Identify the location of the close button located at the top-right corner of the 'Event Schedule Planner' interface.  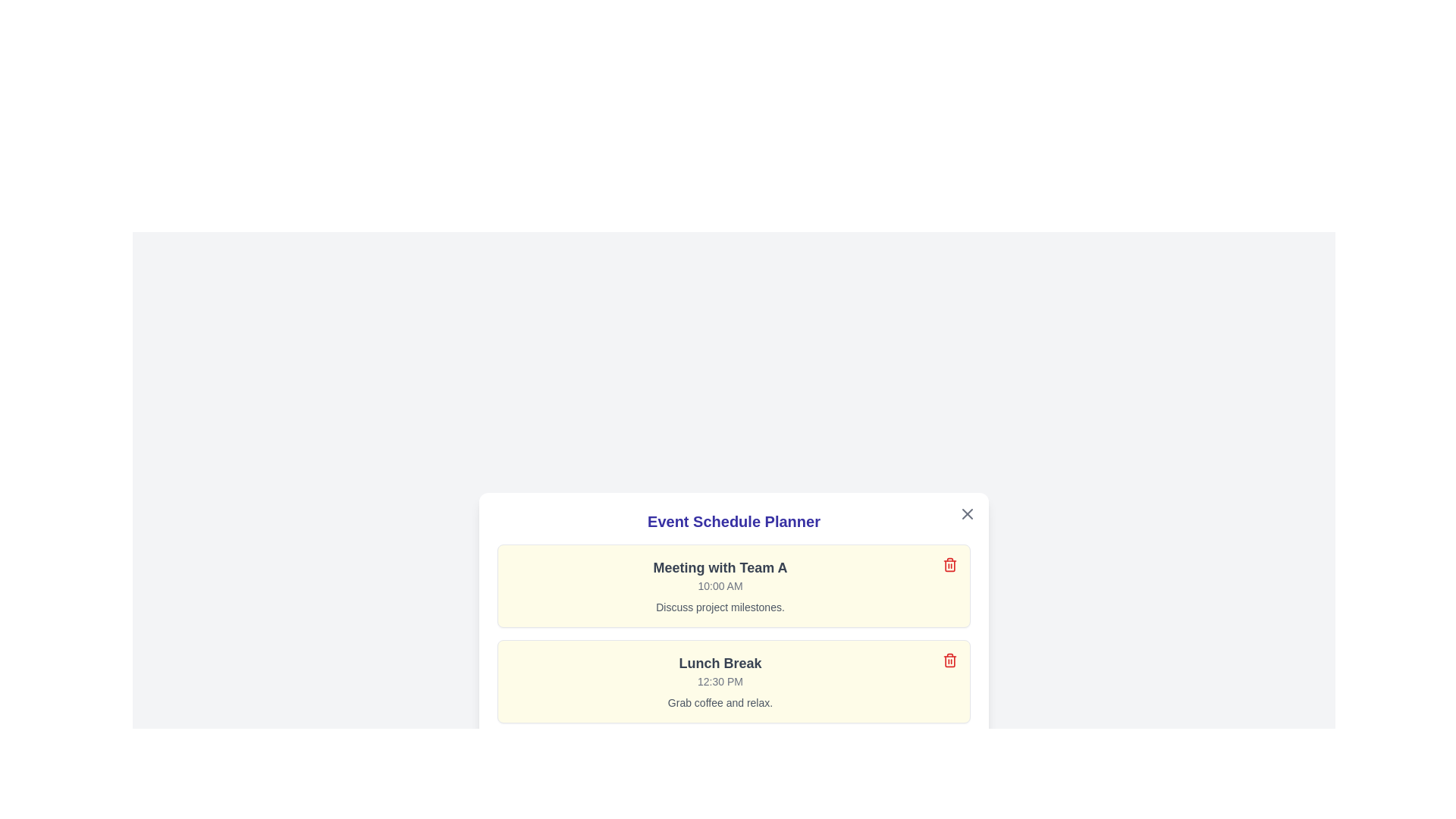
(967, 513).